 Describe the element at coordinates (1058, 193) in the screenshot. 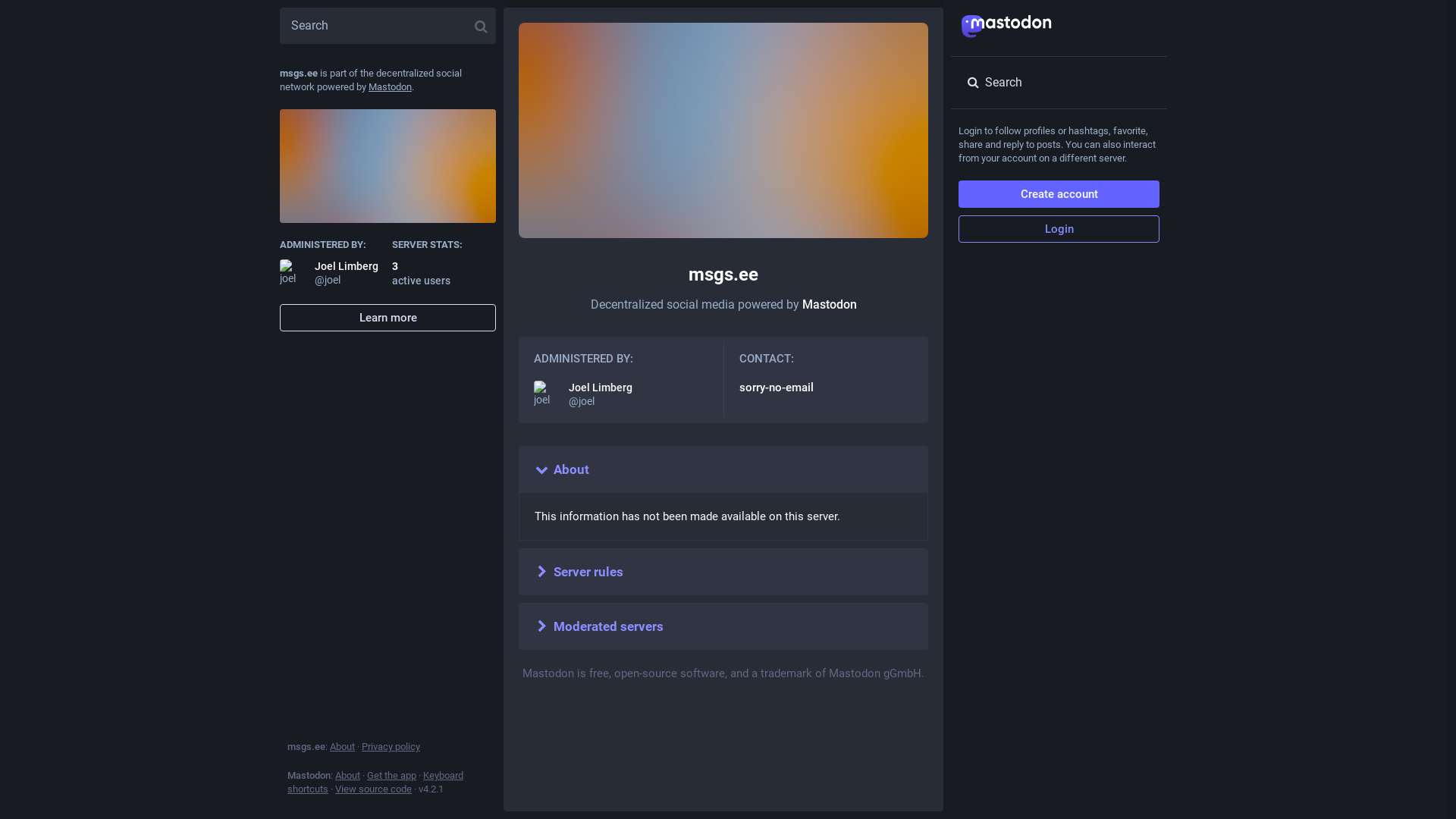

I see `'Create account'` at that location.